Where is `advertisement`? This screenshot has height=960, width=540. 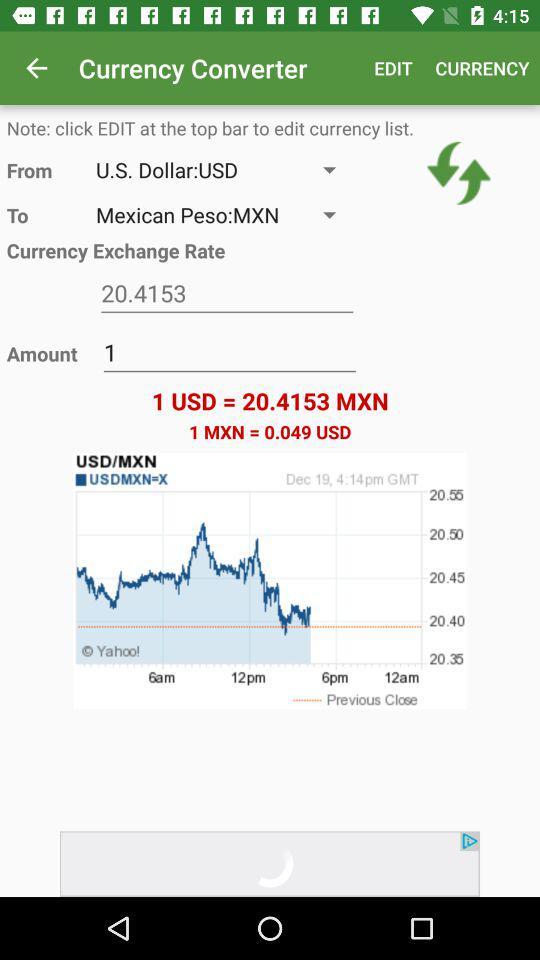 advertisement is located at coordinates (270, 863).